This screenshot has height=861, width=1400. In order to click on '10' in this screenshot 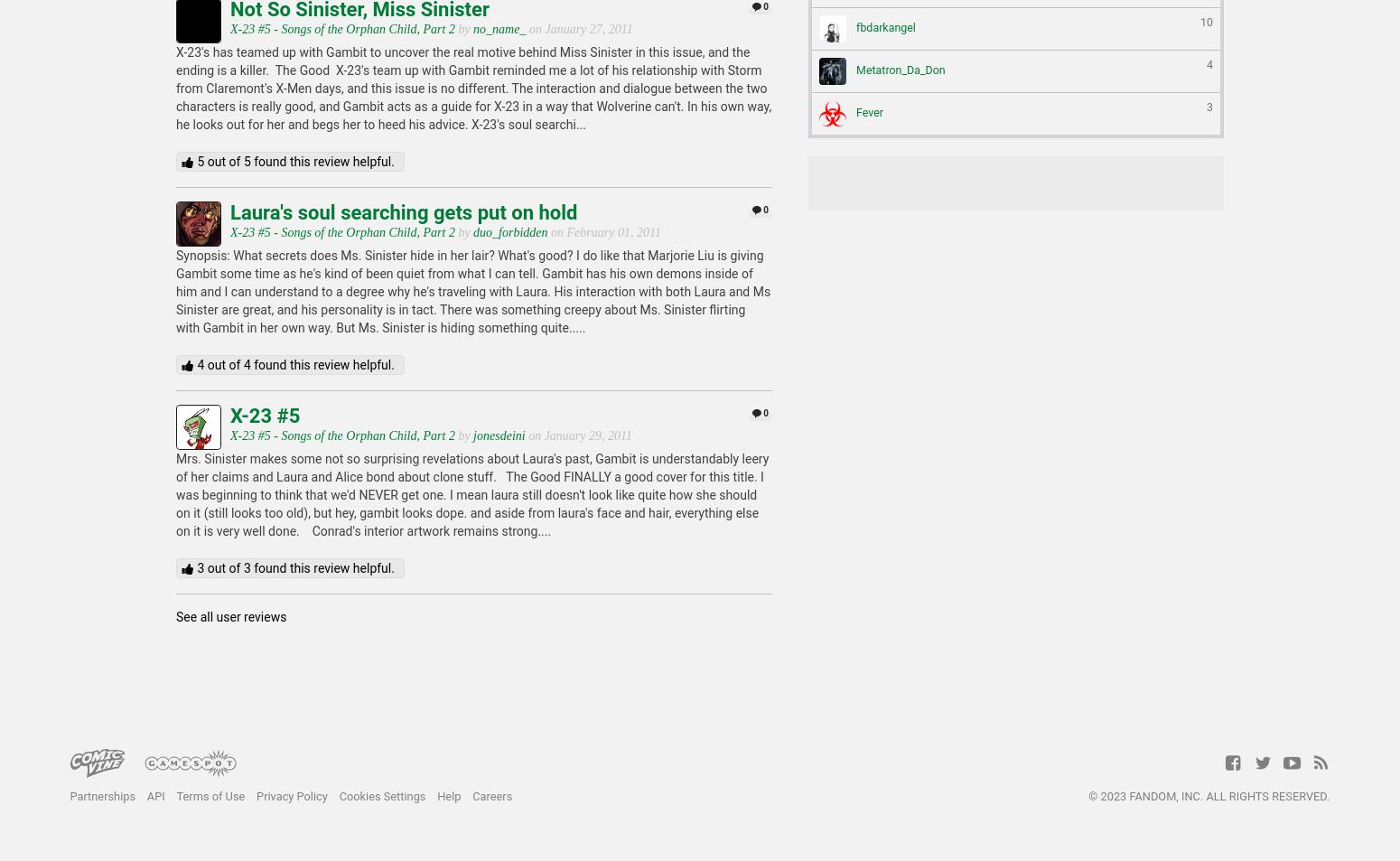, I will do `click(1206, 20)`.